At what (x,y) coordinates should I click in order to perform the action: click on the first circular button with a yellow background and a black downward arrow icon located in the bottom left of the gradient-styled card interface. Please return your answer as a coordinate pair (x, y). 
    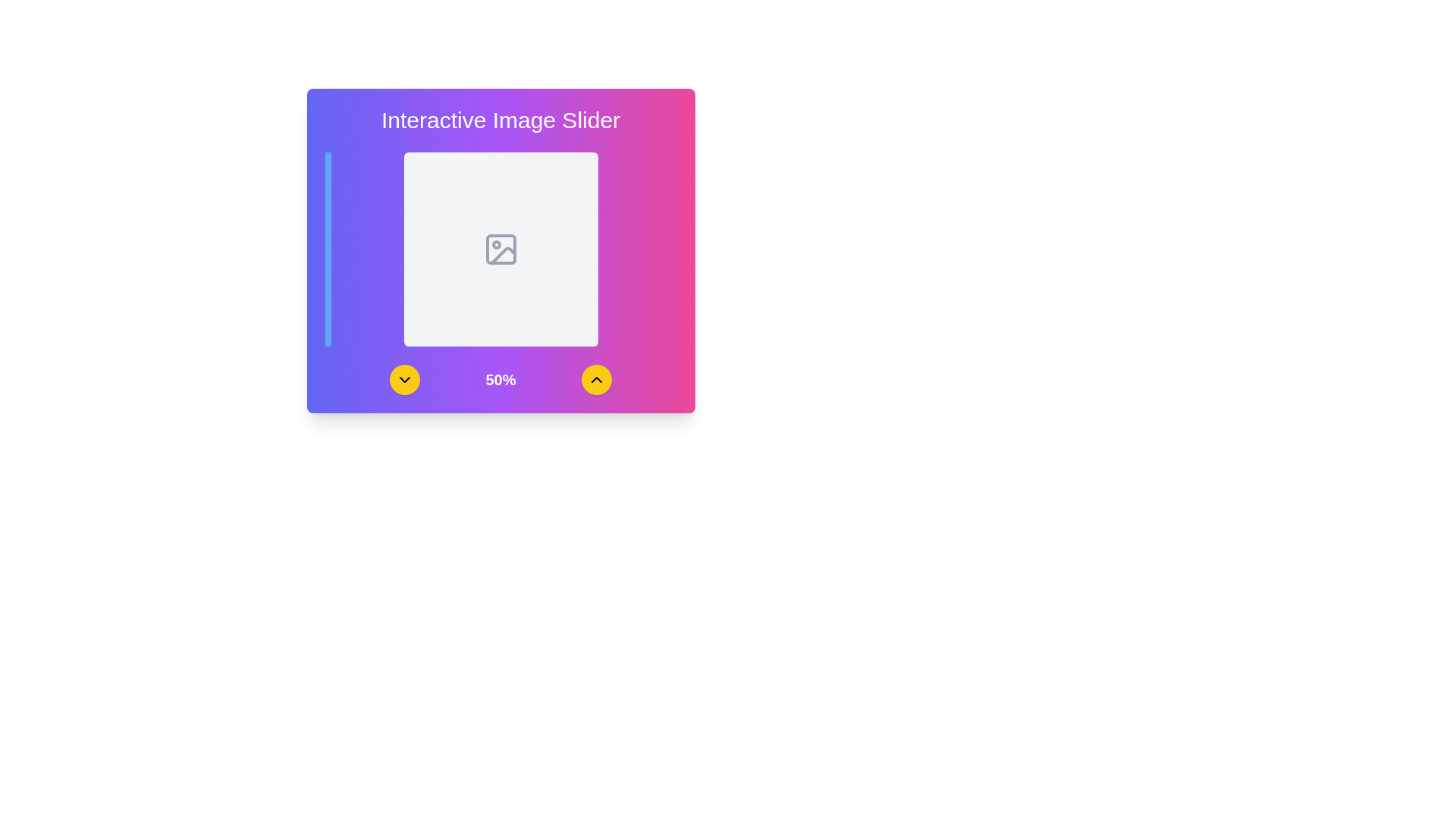
    Looking at the image, I should click on (405, 379).